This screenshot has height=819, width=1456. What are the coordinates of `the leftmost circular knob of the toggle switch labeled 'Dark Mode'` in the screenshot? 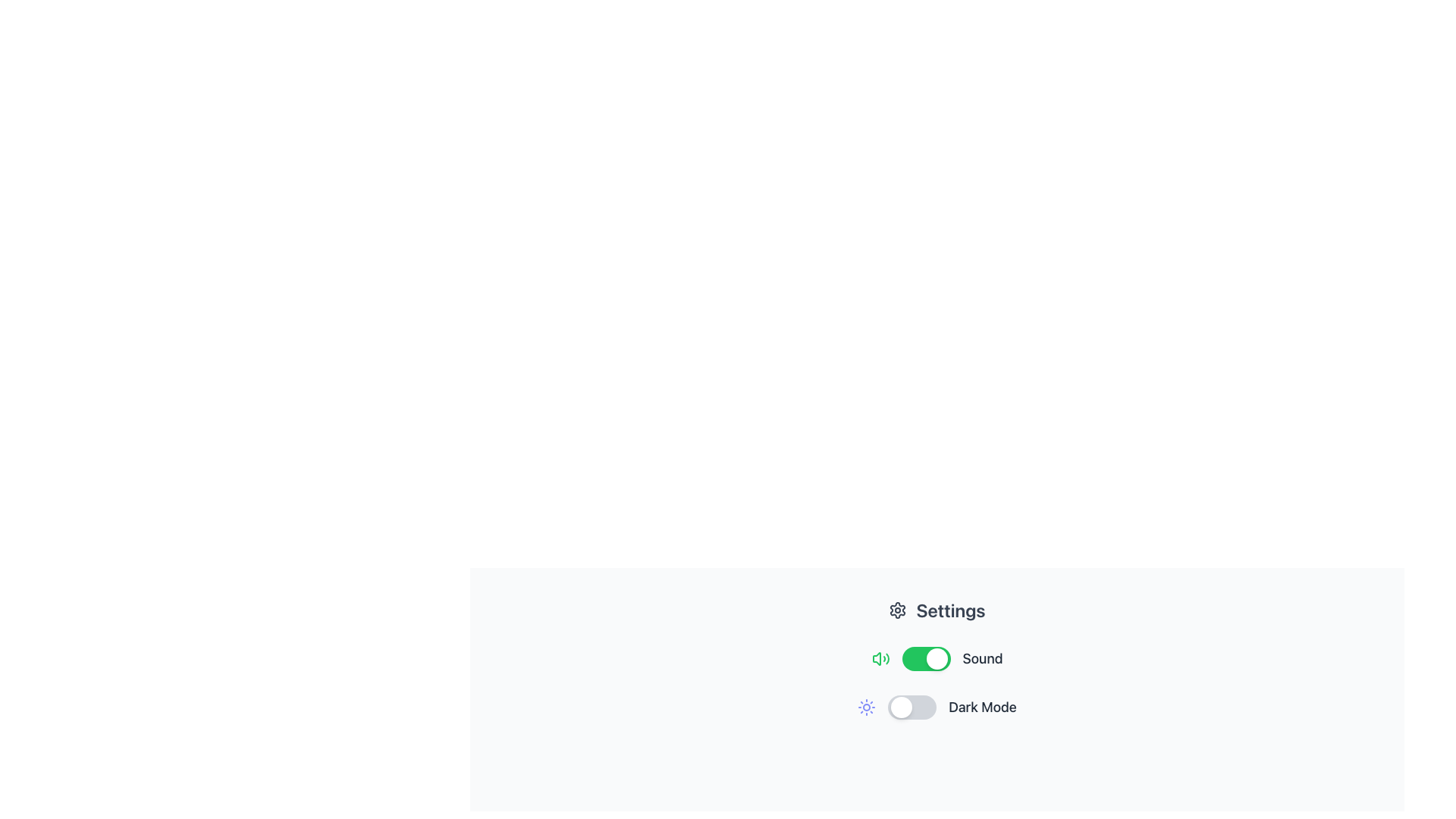 It's located at (902, 708).